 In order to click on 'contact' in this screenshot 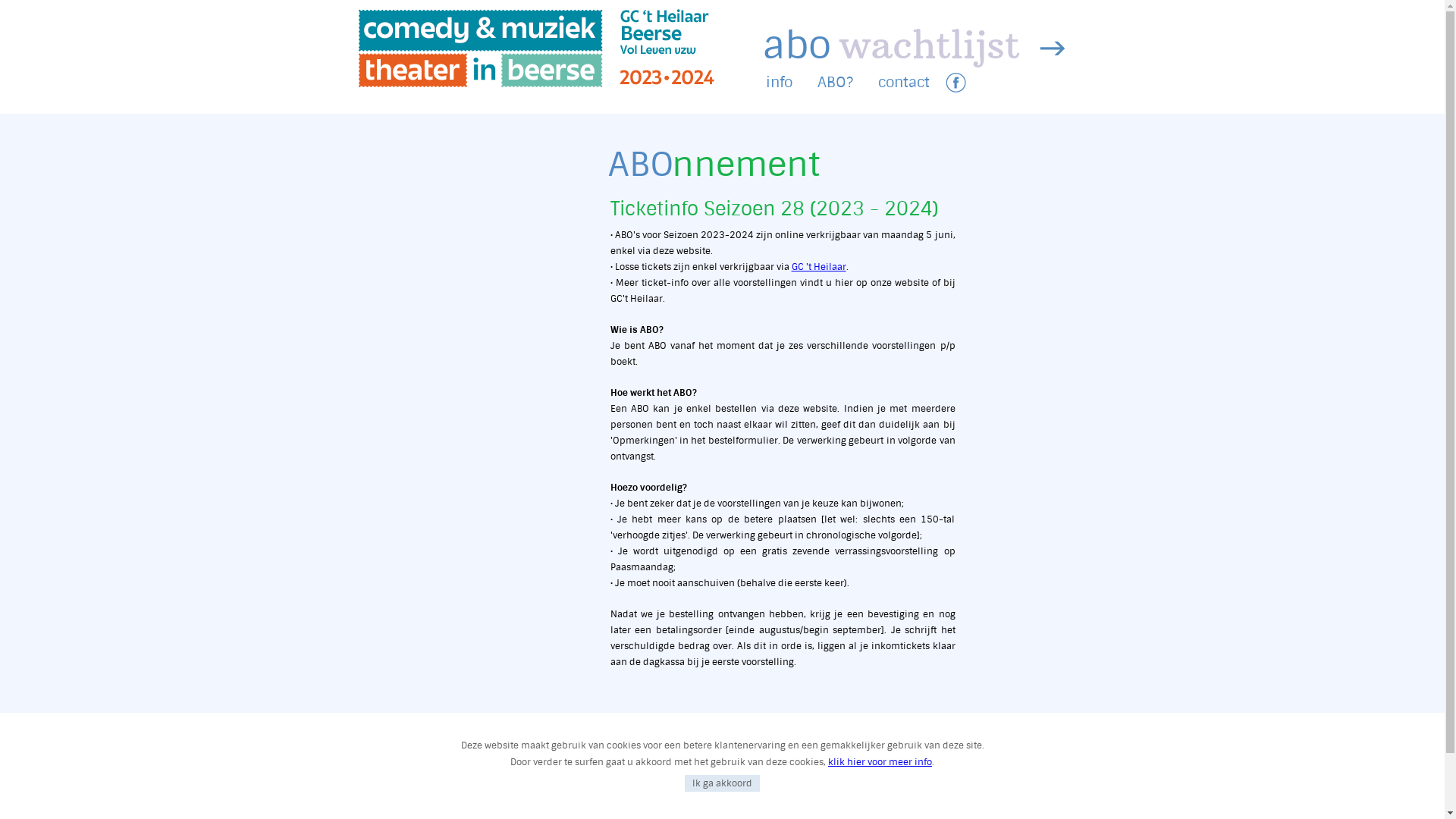, I will do `click(903, 82)`.